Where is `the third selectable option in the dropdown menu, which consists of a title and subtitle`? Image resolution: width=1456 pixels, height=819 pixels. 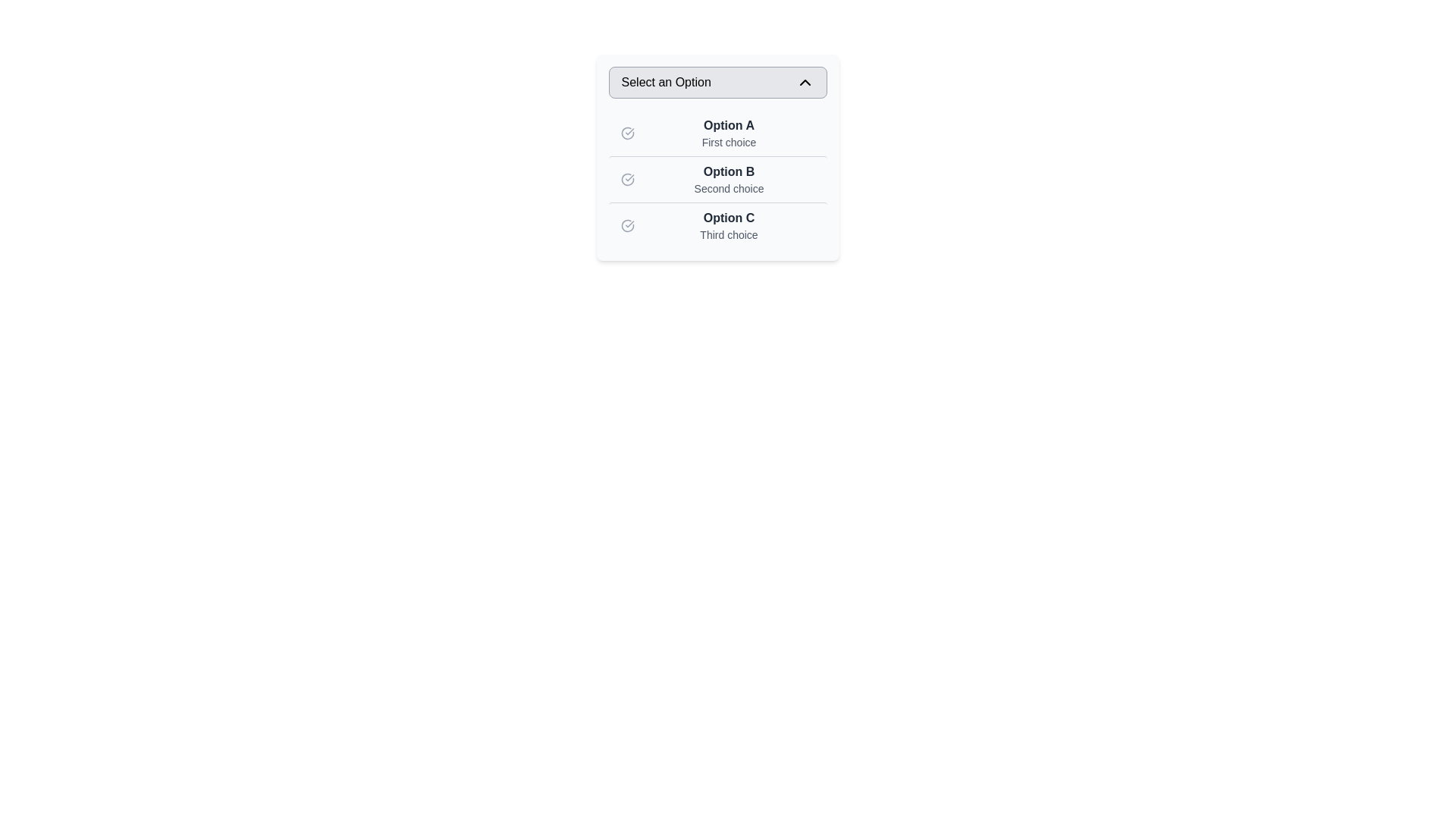
the third selectable option in the dropdown menu, which consists of a title and subtitle is located at coordinates (729, 225).